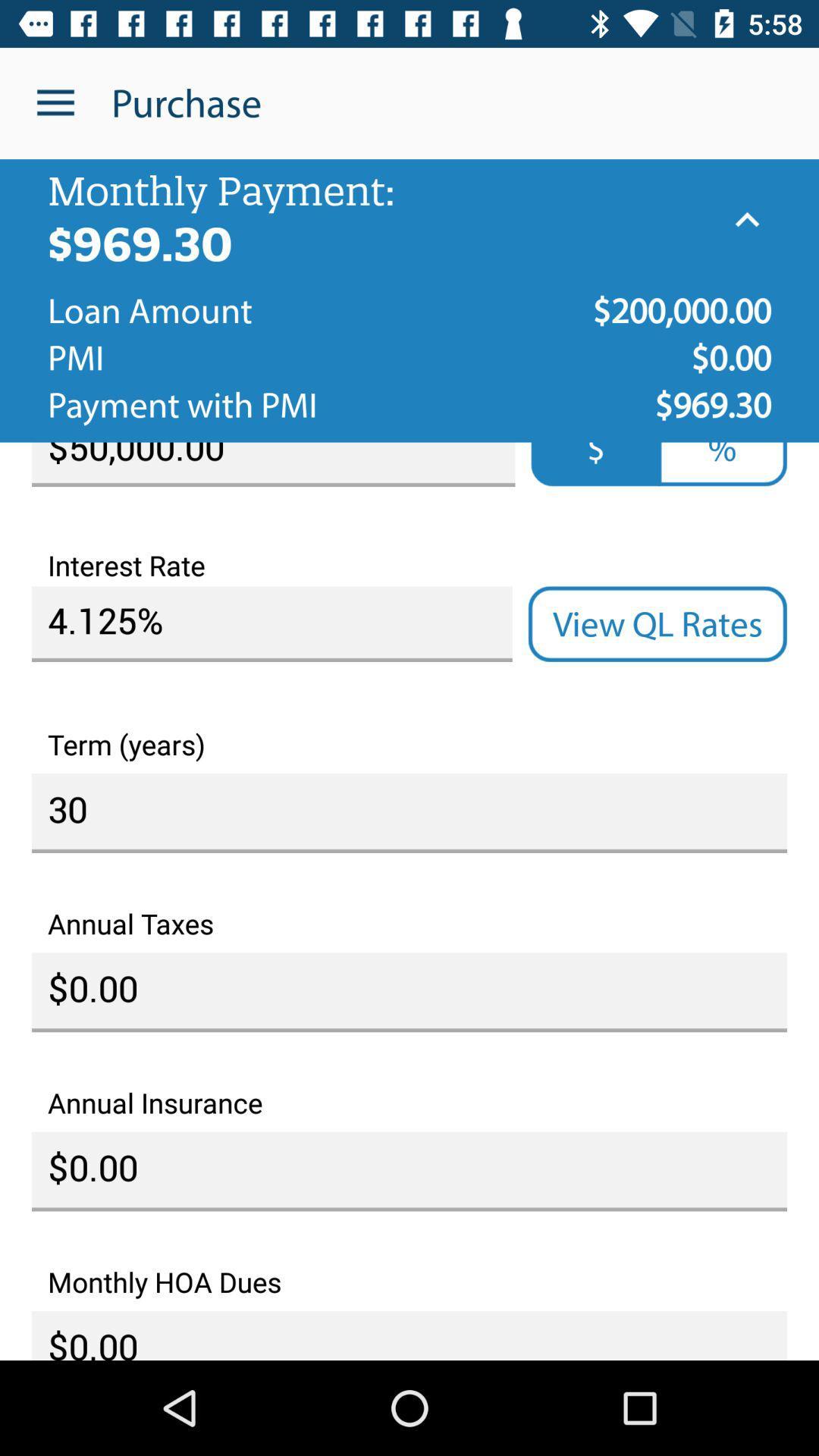  What do you see at coordinates (271, 624) in the screenshot?
I see `item to the left of view ql rates item` at bounding box center [271, 624].